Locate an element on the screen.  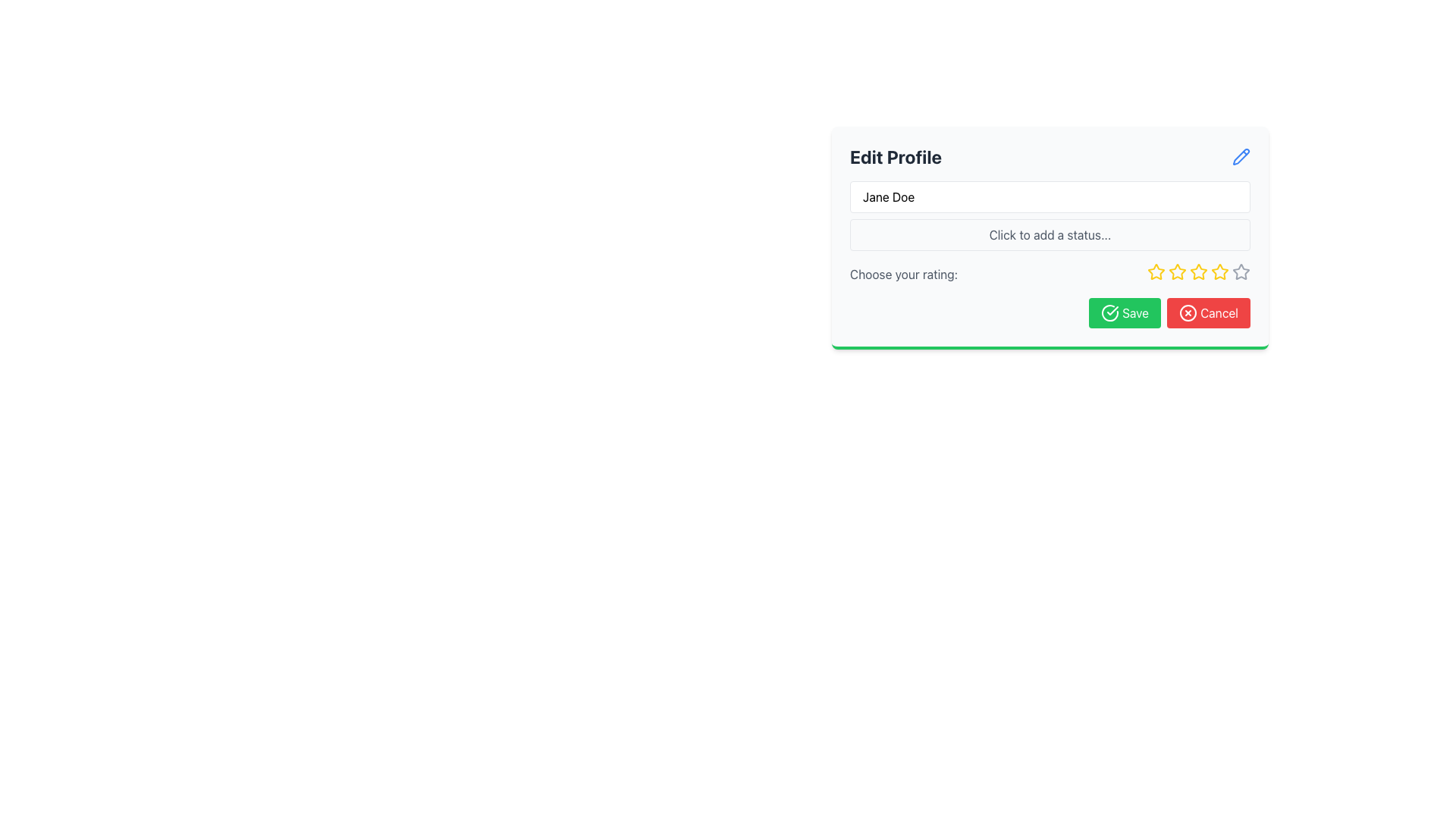
the green 'Save' button with rounded corners and a check-circle icon, located below the rating stars is located at coordinates (1125, 312).